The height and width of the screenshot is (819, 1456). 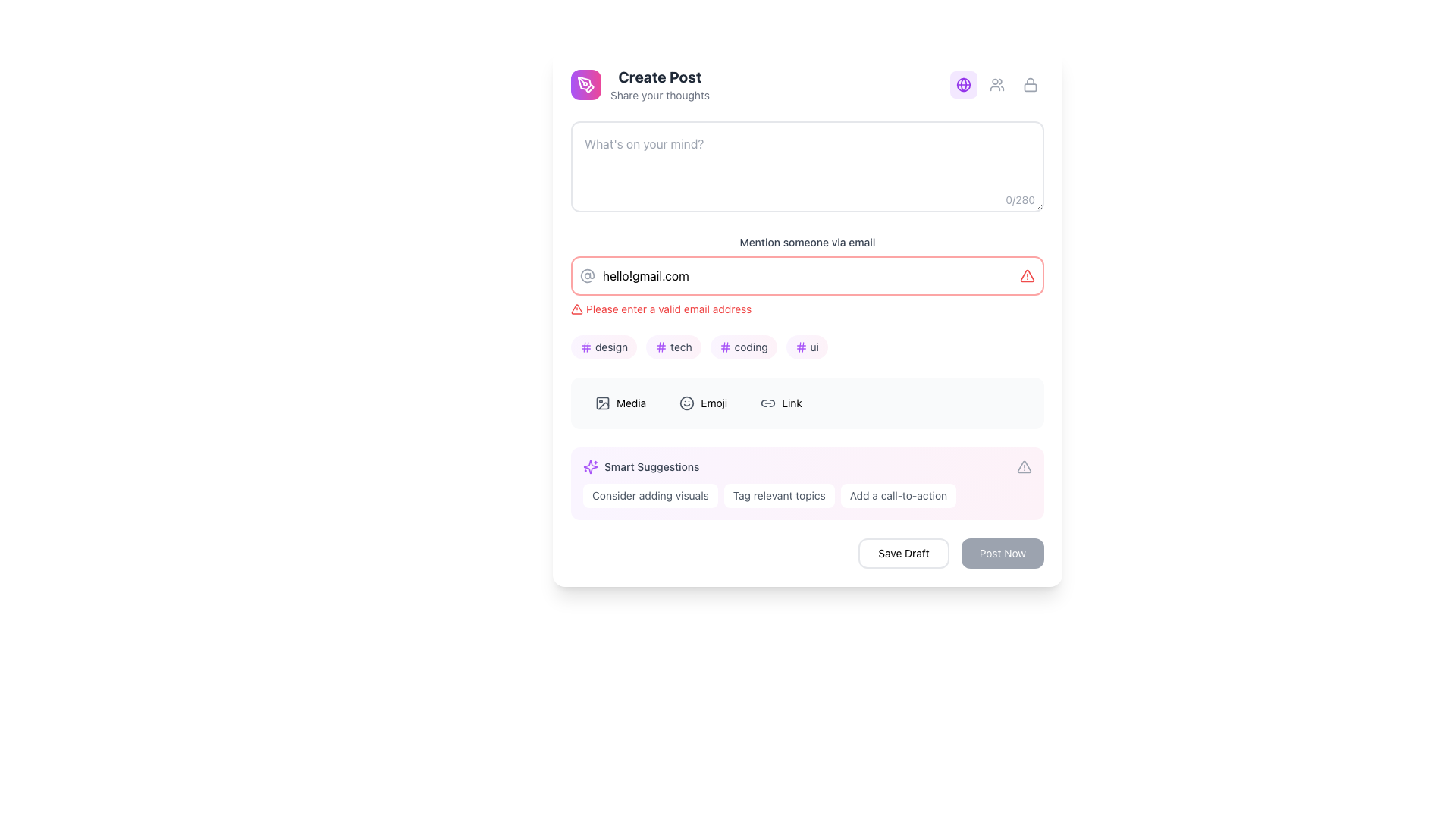 I want to click on the Button Icon located at the top-left corner of the 'Link' button, so click(x=768, y=403).